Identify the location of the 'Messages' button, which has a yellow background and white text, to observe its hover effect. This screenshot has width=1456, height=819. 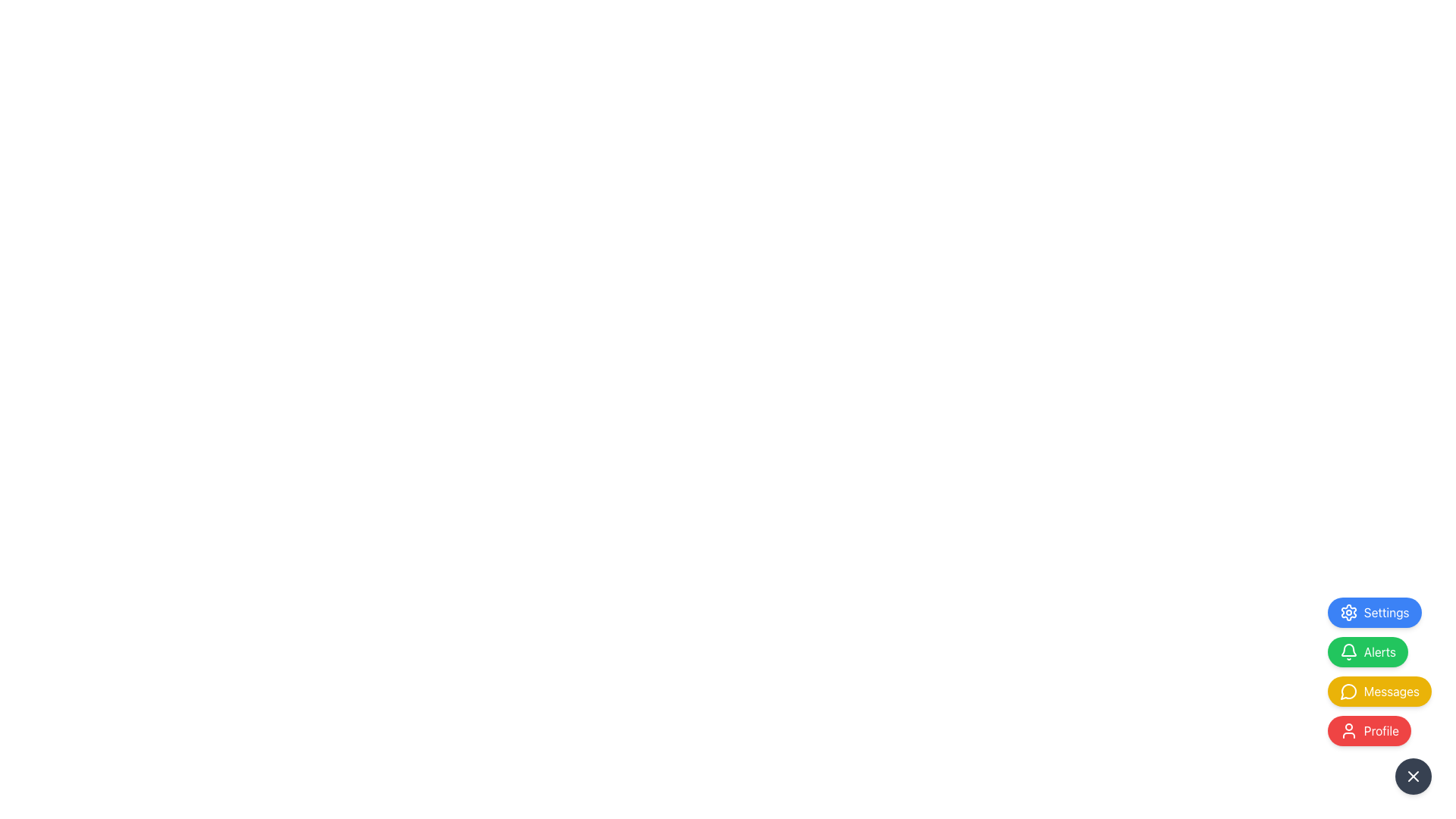
(1379, 696).